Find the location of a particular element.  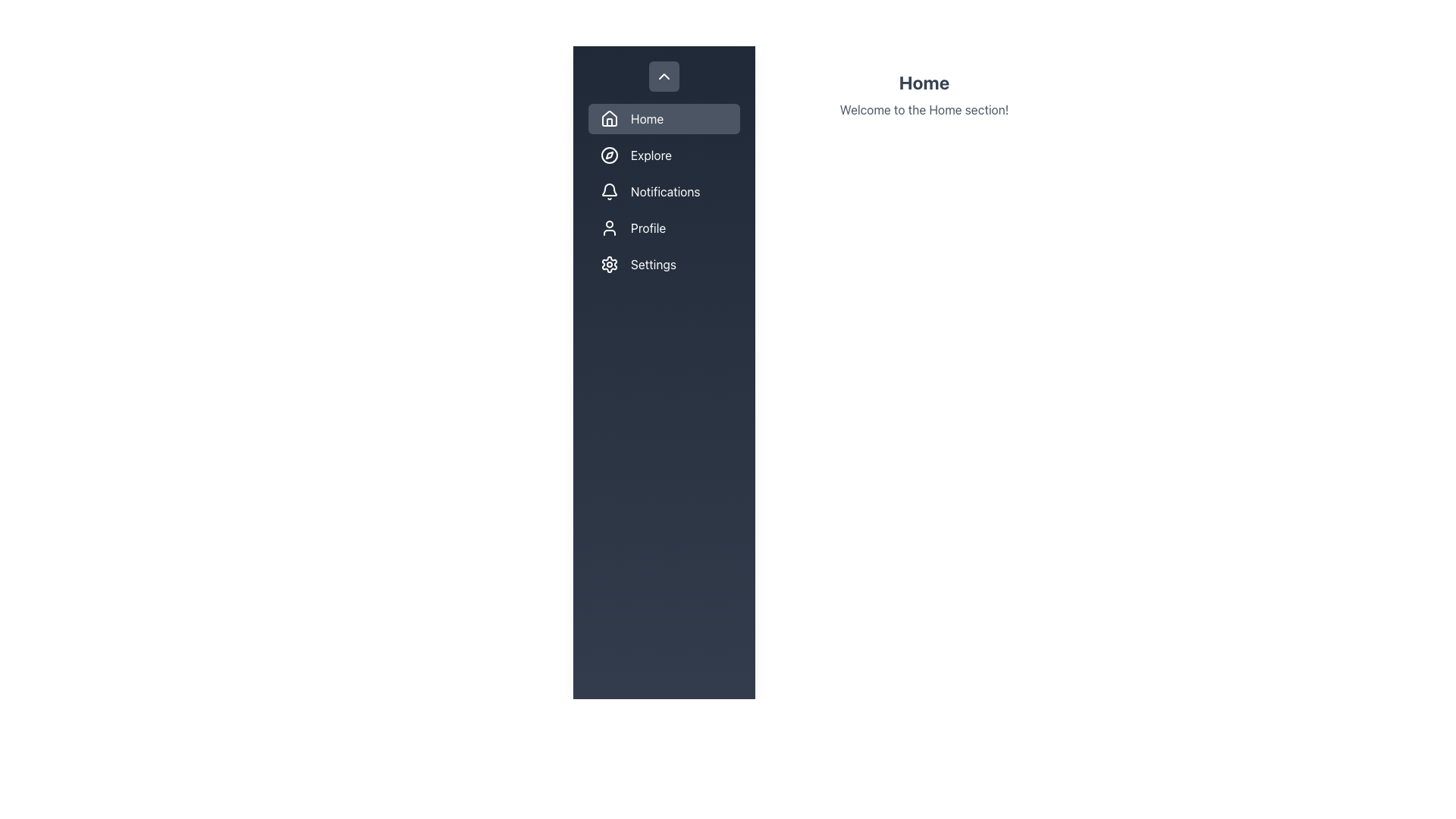

the 'Home' text label (header) which is visually prominent, bold, and styled with a larger font size and gray color, located to the right of a sidebar is located at coordinates (924, 82).